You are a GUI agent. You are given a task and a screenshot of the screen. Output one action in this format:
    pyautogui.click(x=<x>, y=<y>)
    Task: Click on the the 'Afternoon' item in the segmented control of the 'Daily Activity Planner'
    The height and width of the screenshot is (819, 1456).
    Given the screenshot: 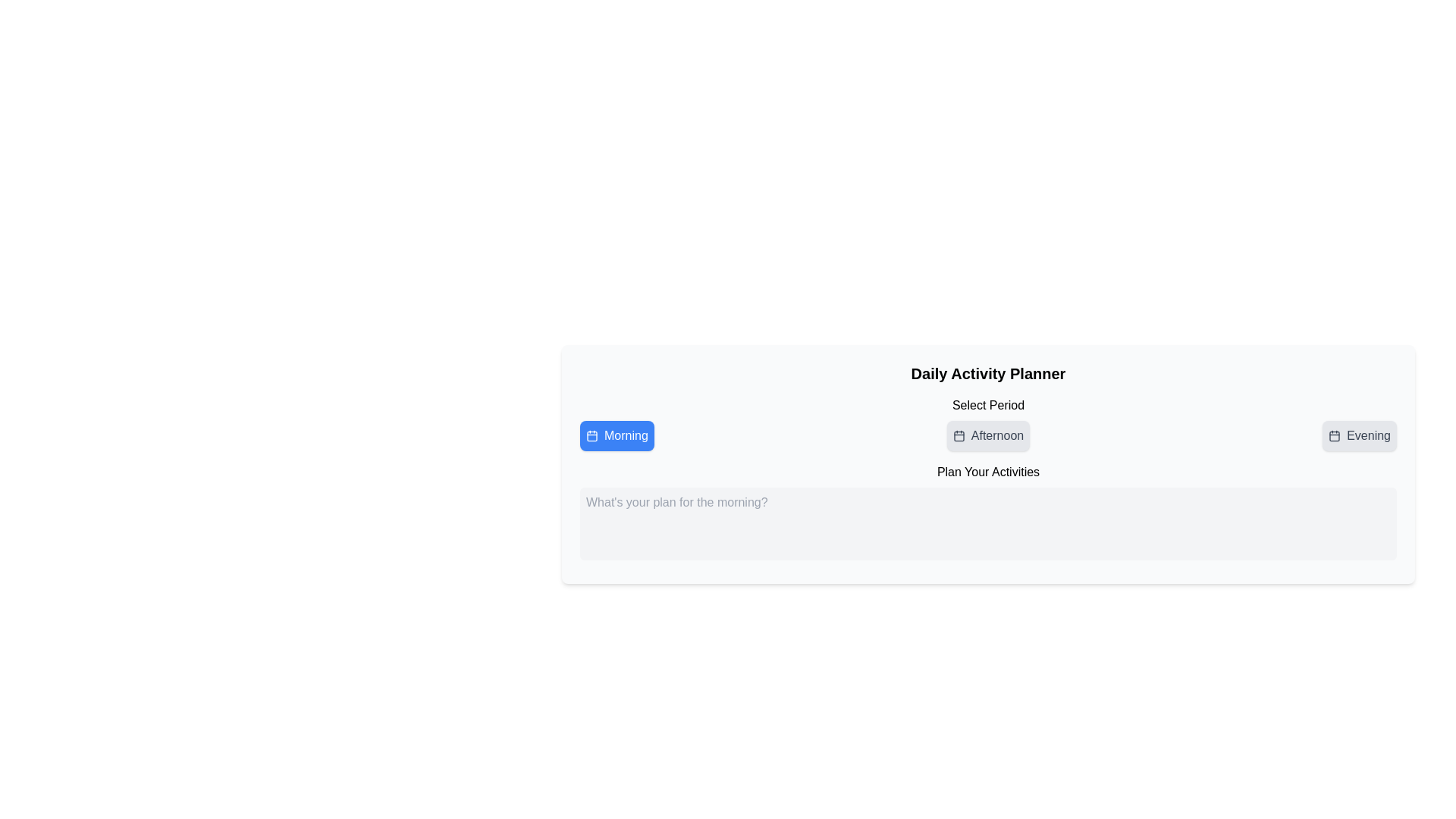 What is the action you would take?
    pyautogui.click(x=988, y=424)
    